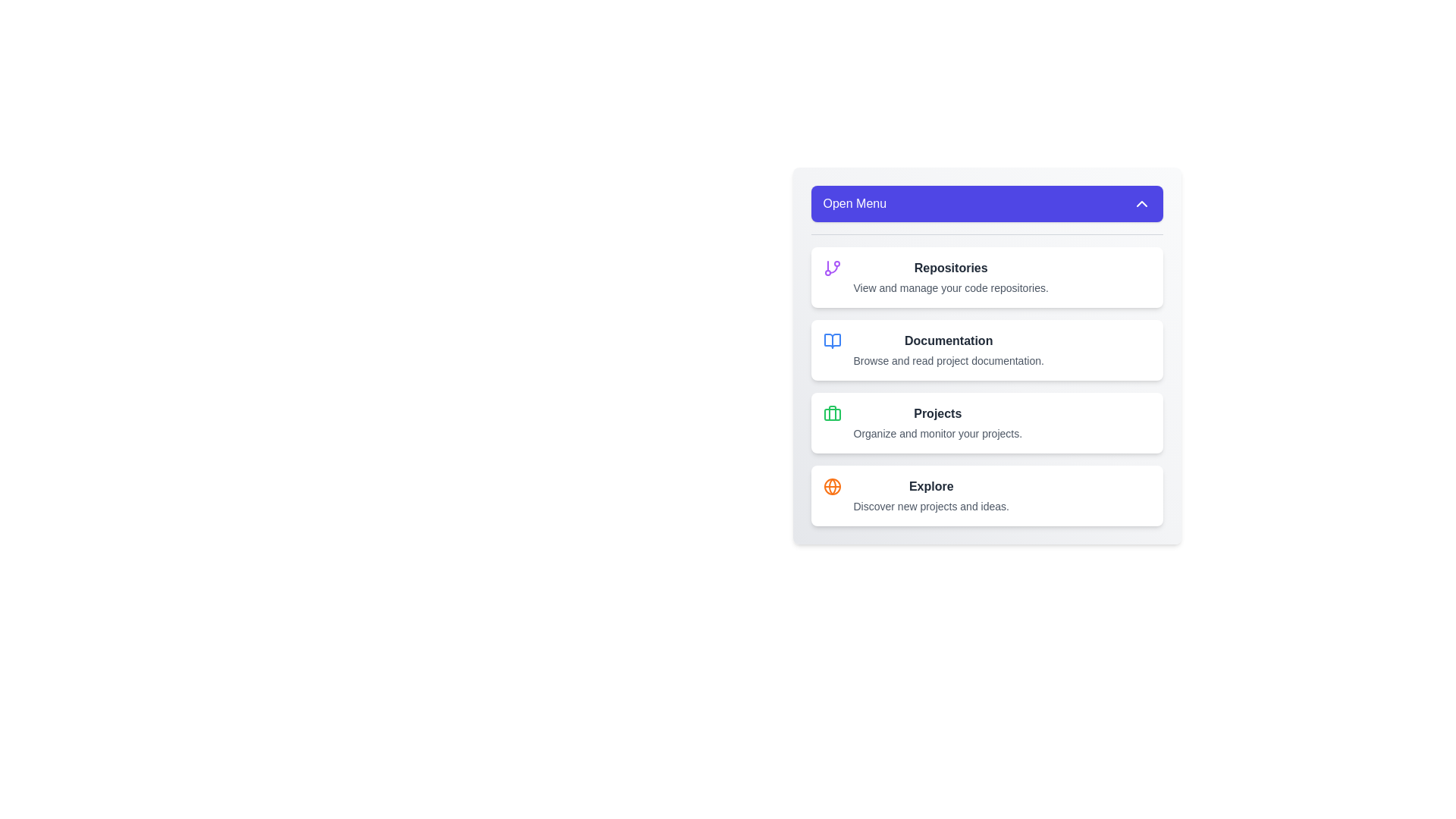  Describe the element at coordinates (987, 278) in the screenshot. I see `the first clickable card labeled 'Repositories' in the sidebar` at that location.